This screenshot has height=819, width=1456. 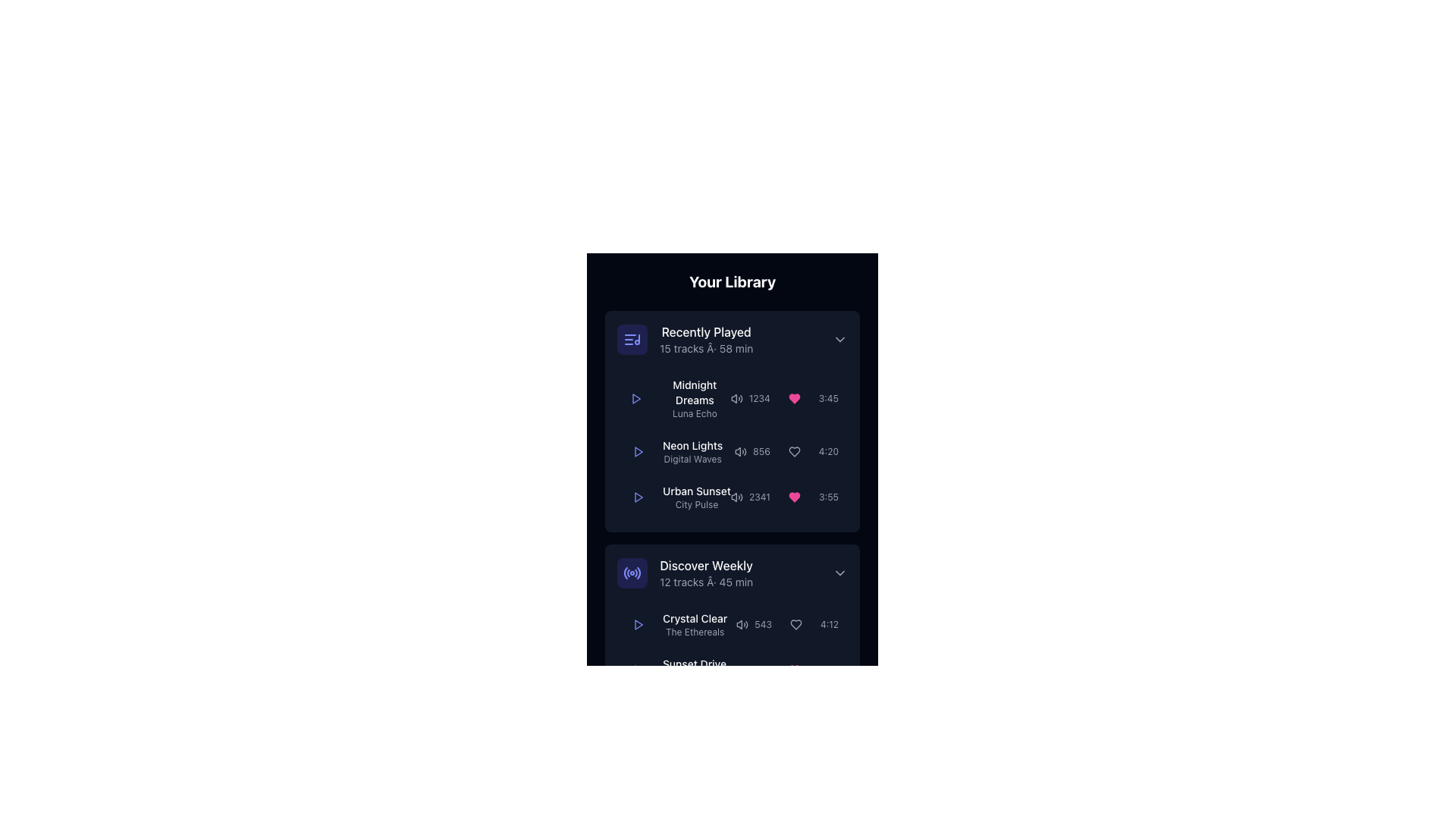 What do you see at coordinates (705, 565) in the screenshot?
I see `text from the text label that identifies the playlist in the 'Discover Weekly' section of 'Your Library'` at bounding box center [705, 565].